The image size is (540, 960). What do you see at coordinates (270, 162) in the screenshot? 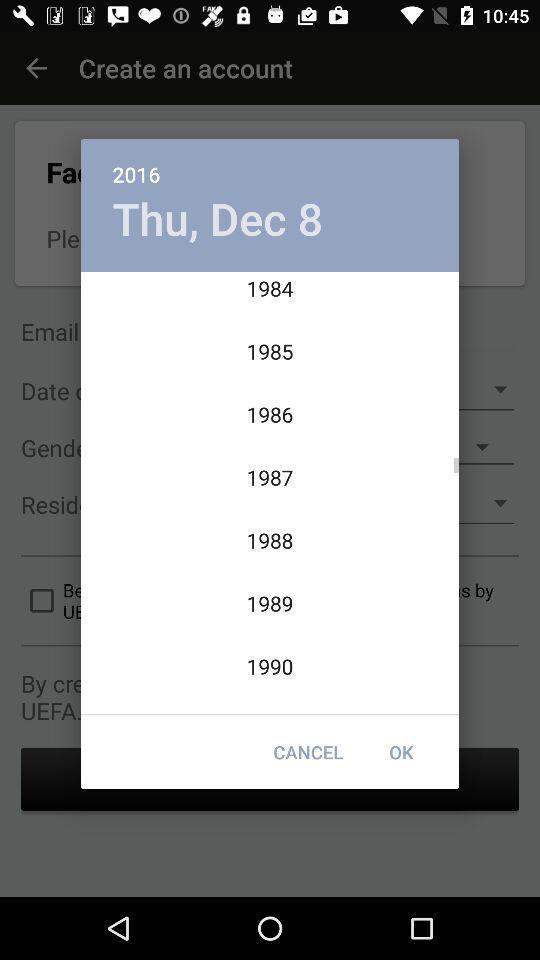
I see `item above the thu, dec 8 item` at bounding box center [270, 162].